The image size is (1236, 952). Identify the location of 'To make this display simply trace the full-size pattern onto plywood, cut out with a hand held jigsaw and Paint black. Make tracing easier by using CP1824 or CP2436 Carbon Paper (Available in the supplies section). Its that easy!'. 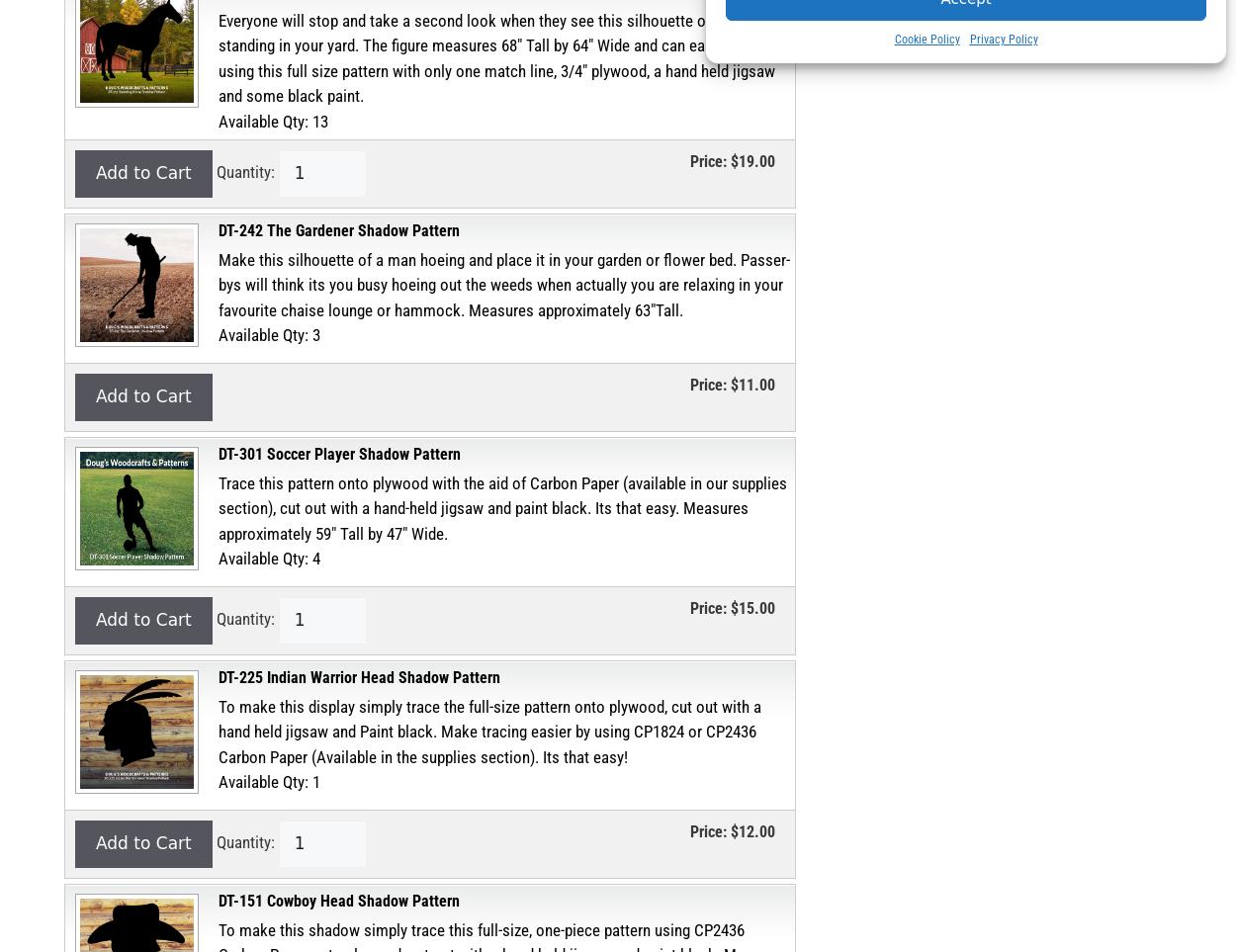
(488, 730).